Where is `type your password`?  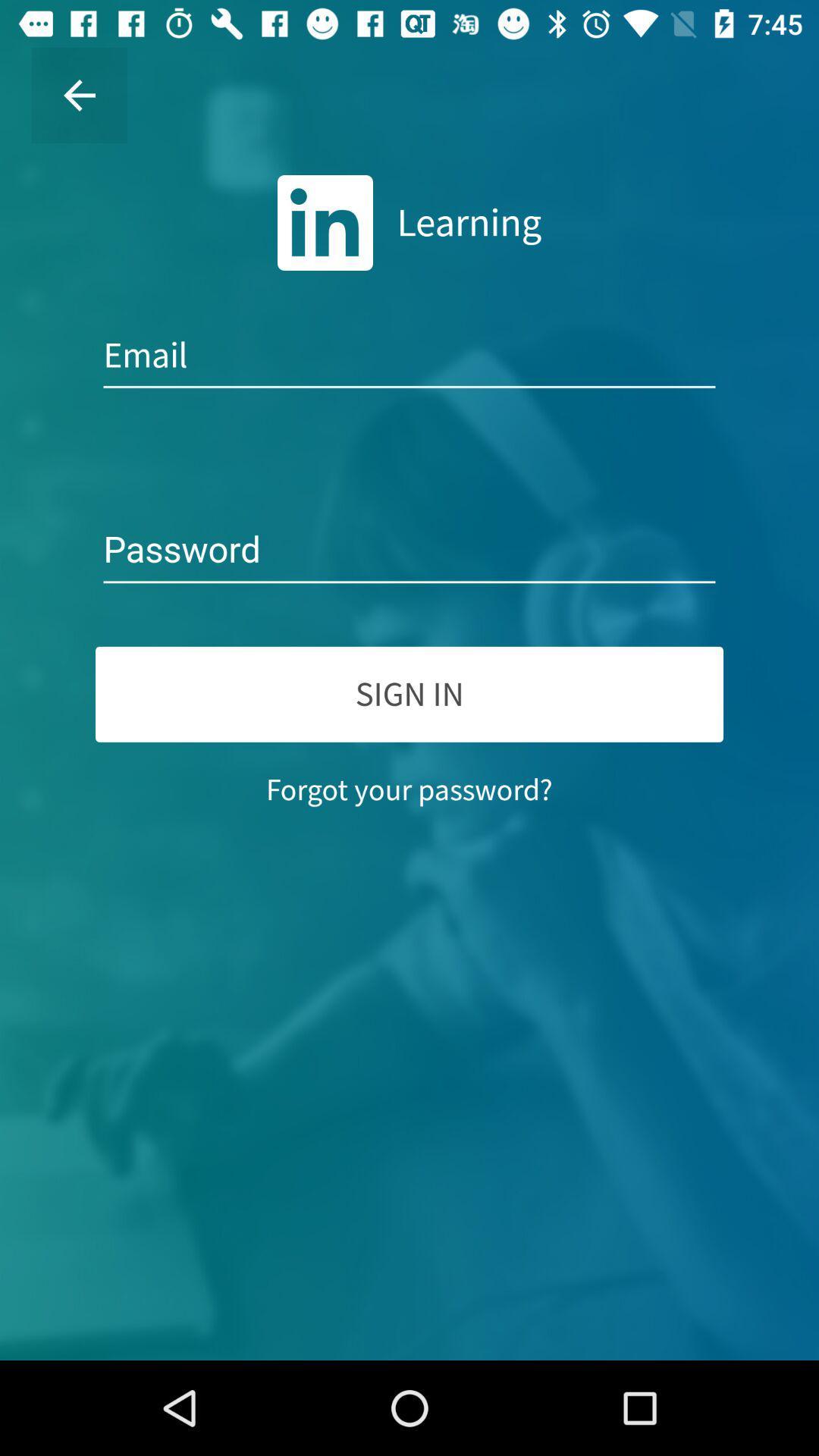
type your password is located at coordinates (409, 550).